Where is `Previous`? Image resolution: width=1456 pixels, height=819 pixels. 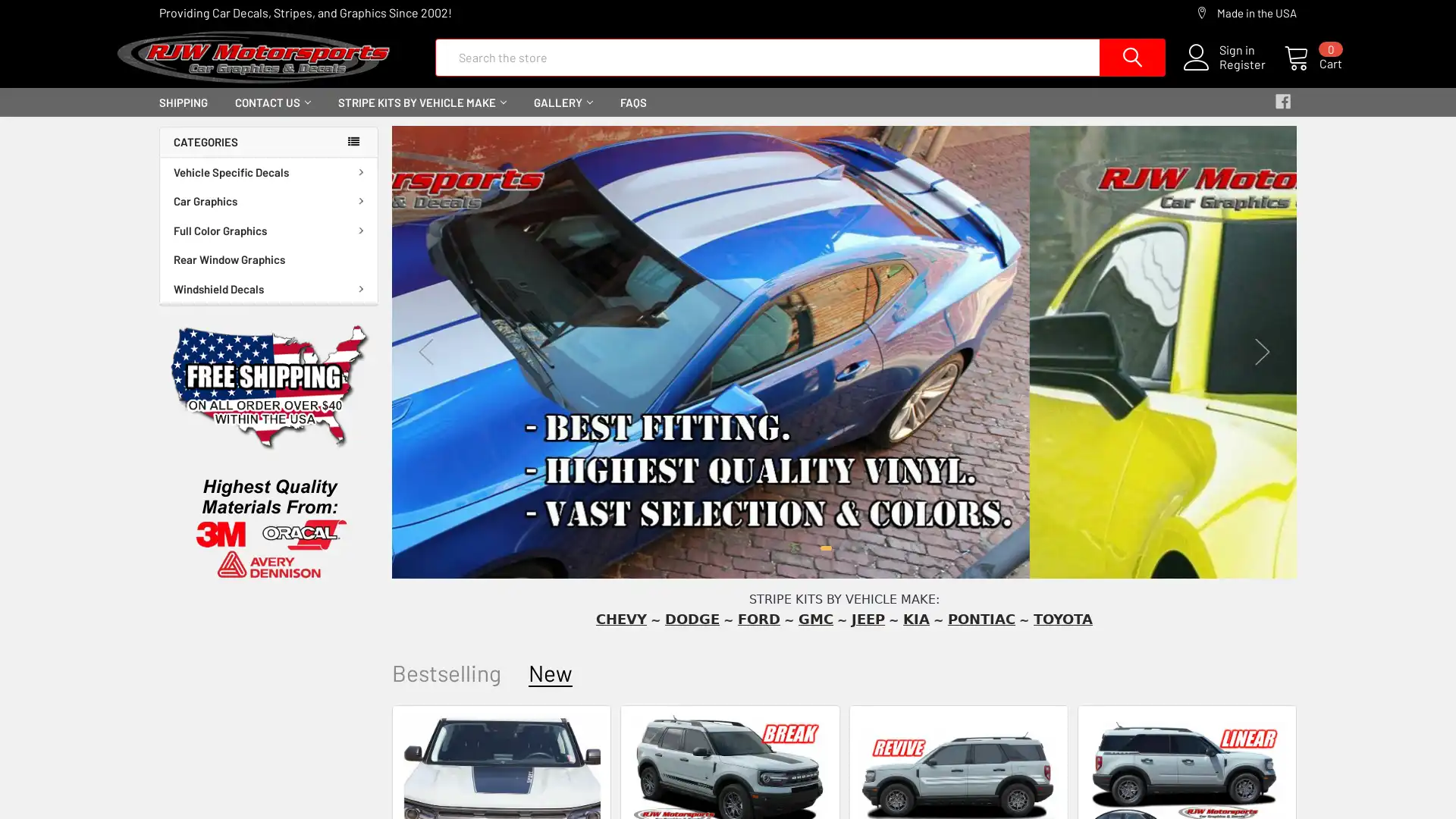 Previous is located at coordinates (425, 365).